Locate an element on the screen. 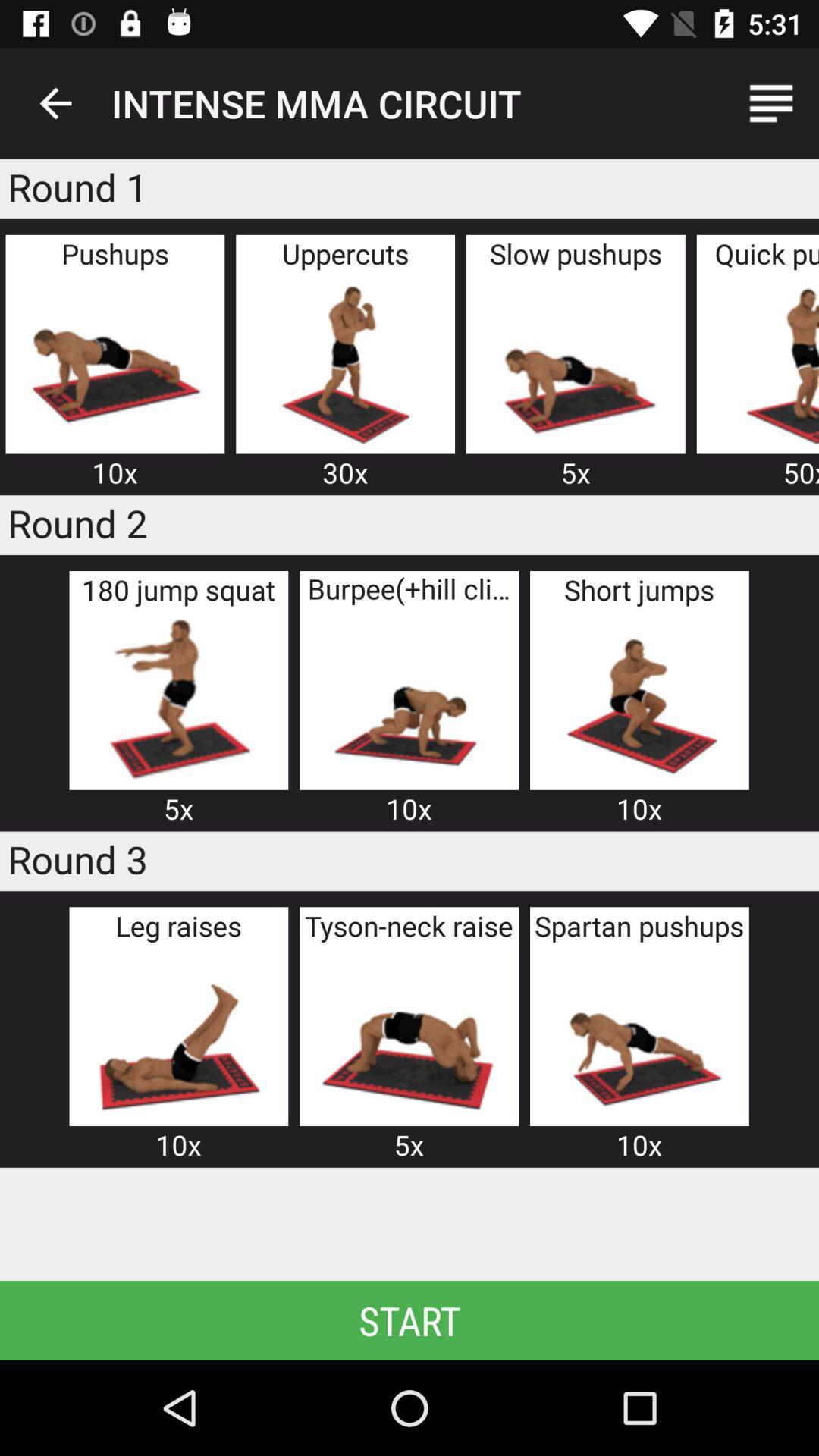 This screenshot has width=819, height=1456. quick punches option is located at coordinates (767, 362).